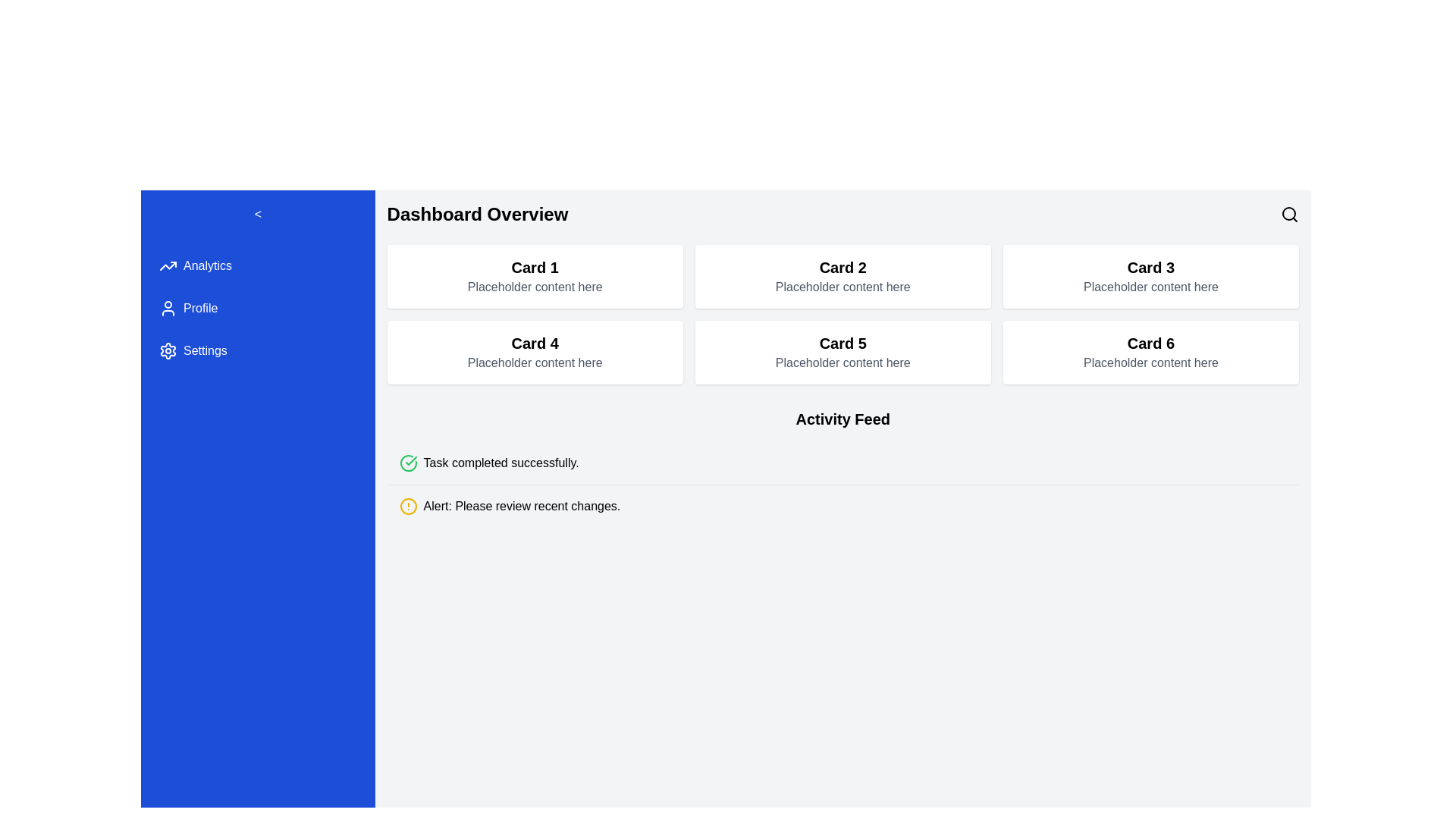  Describe the element at coordinates (168, 350) in the screenshot. I see `the gear-shaped icon representing settings, located next to the text 'Settings' in the vertical navigation menu` at that location.